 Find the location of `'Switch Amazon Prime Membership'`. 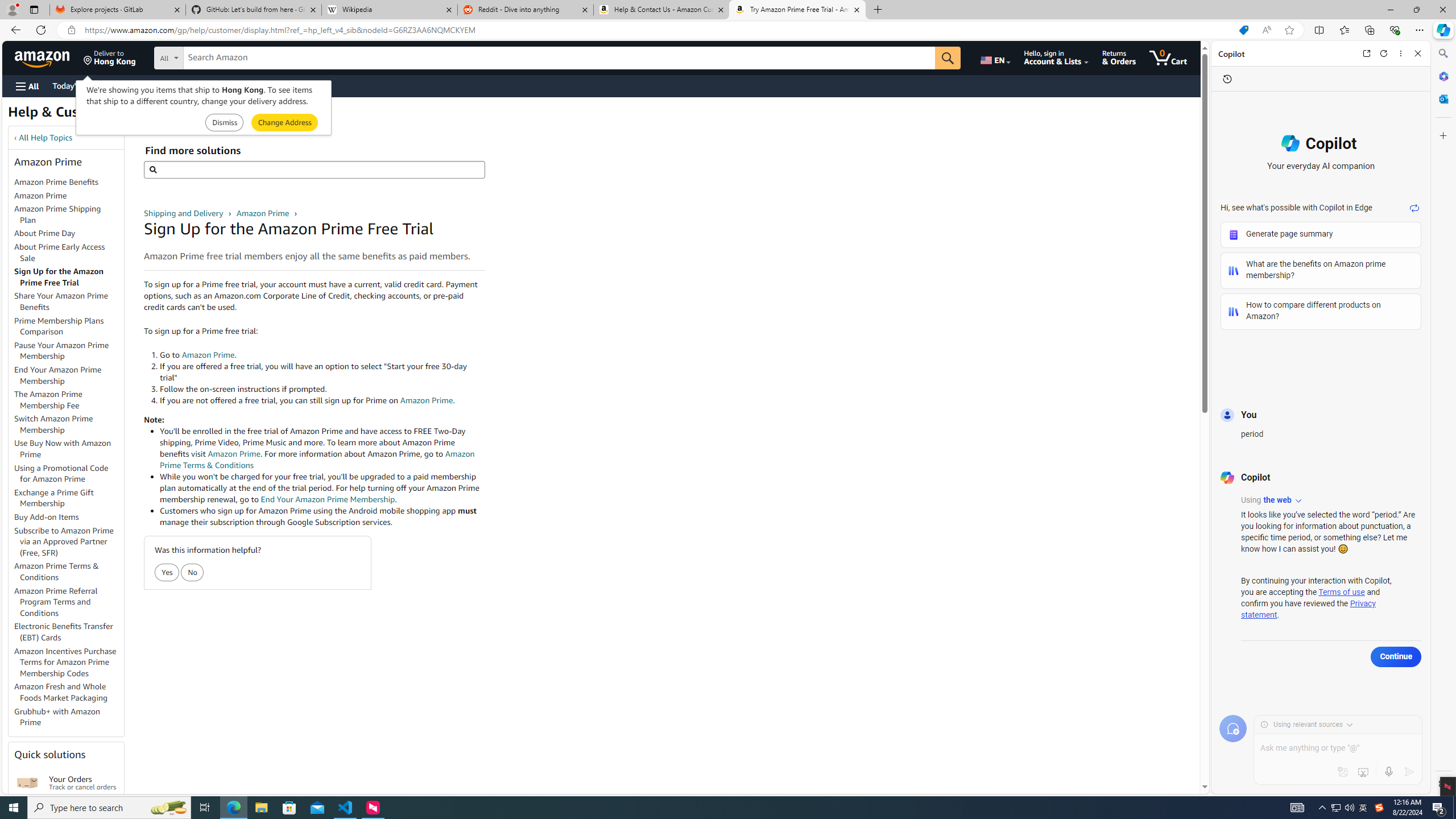

'Switch Amazon Prime Membership' is located at coordinates (69, 424).